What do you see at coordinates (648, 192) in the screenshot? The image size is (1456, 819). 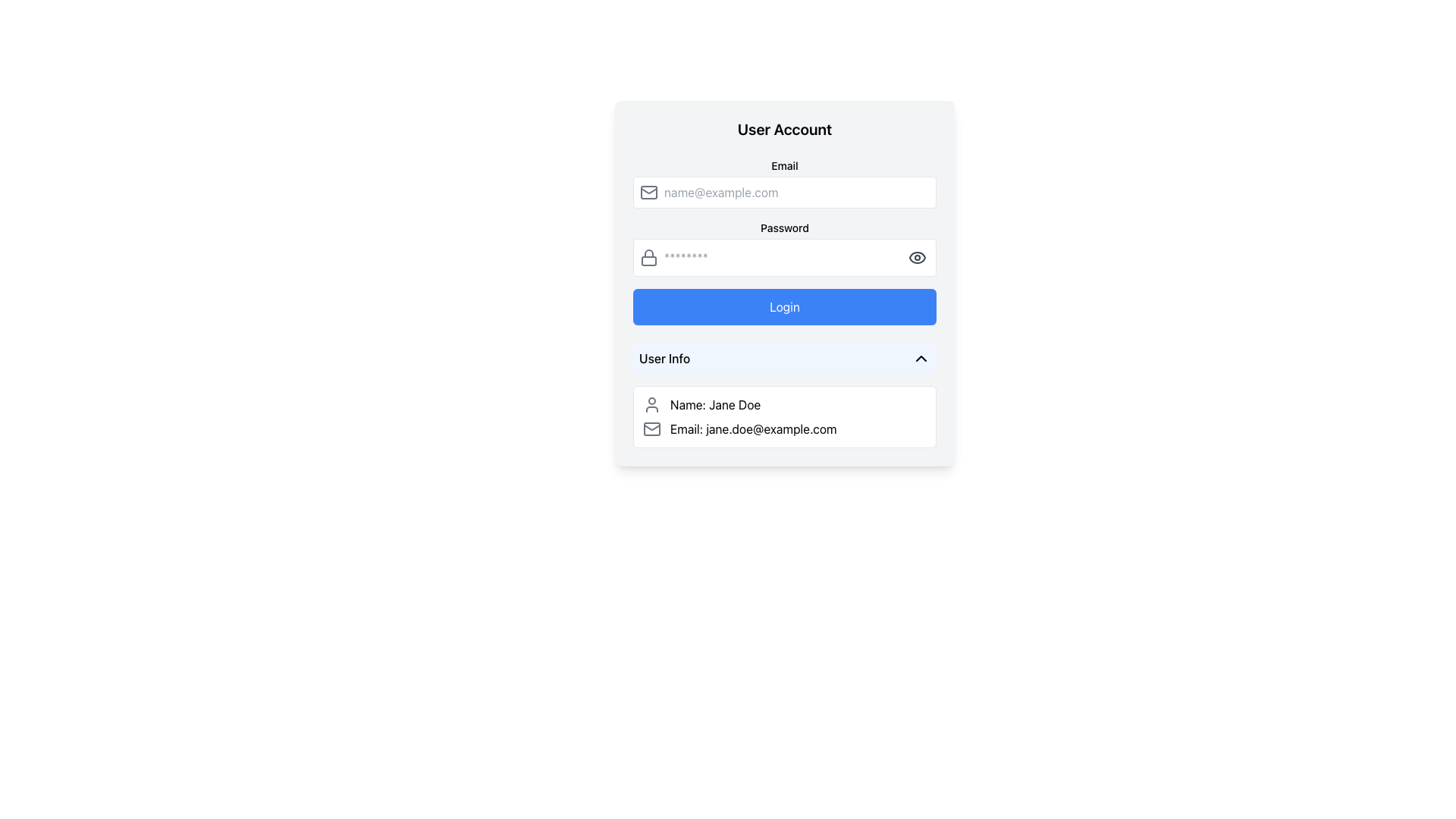 I see `the SVG rectangle element with rounded corners that is part of the mail envelope icon, located to the left of the email input field at the top of the account login interface` at bounding box center [648, 192].